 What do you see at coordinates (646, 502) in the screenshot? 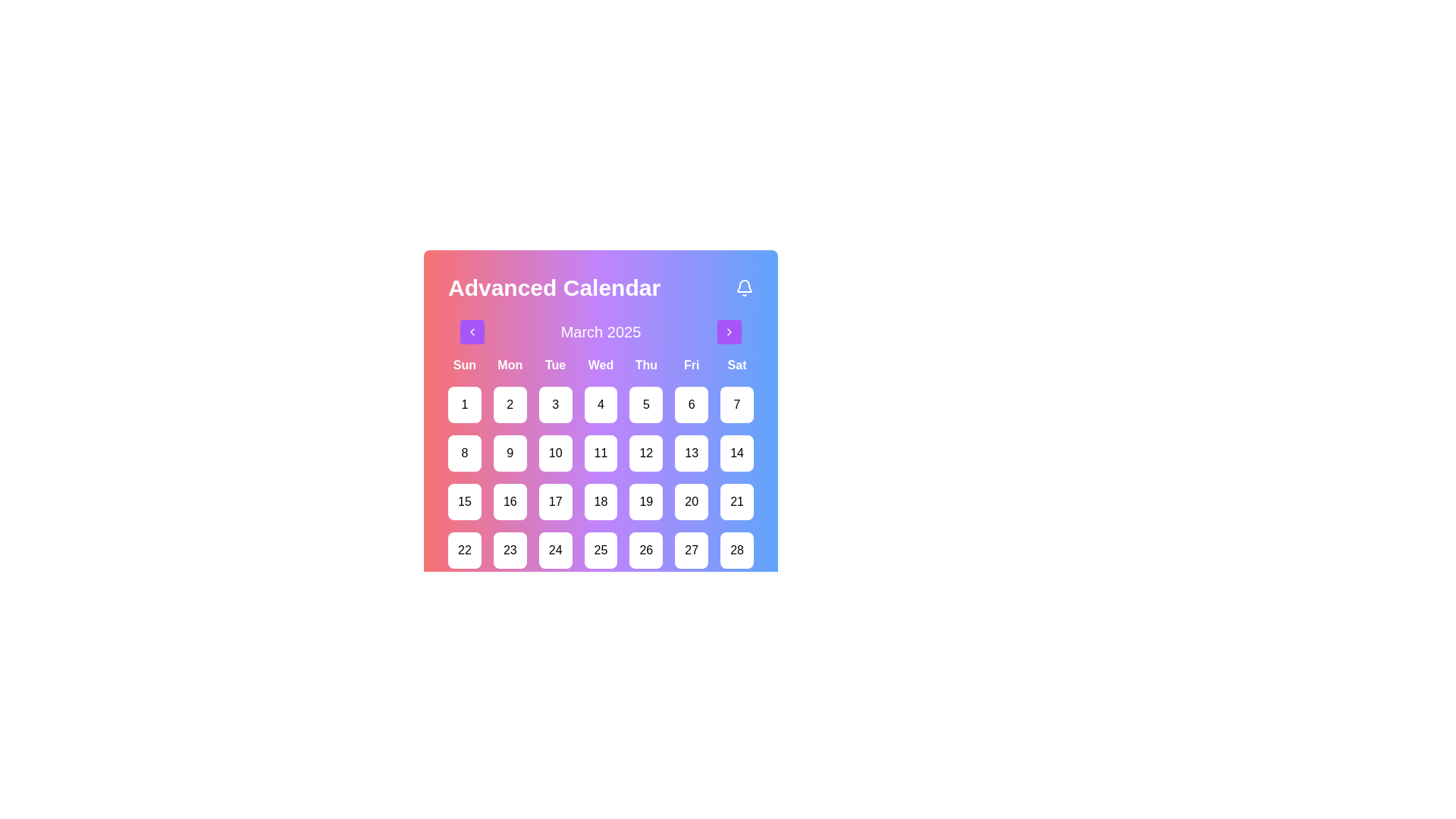
I see `the button displaying the date '19' on the calendar` at bounding box center [646, 502].